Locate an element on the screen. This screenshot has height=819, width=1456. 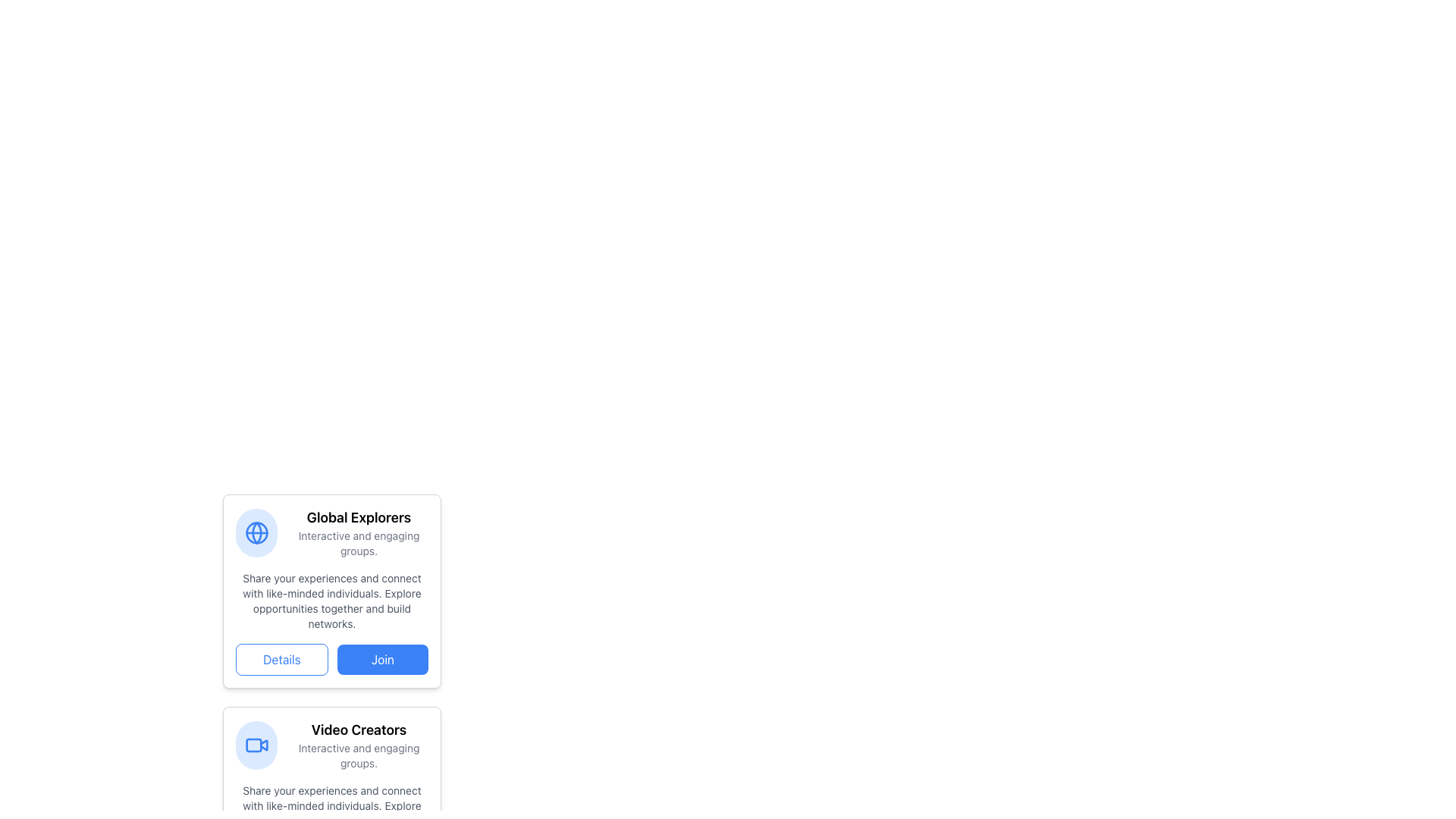
the 'Global Explorers' Informational Card Section, which features a globe icon and a title with subtext, located at the top of the vertical stack of containers is located at coordinates (331, 532).